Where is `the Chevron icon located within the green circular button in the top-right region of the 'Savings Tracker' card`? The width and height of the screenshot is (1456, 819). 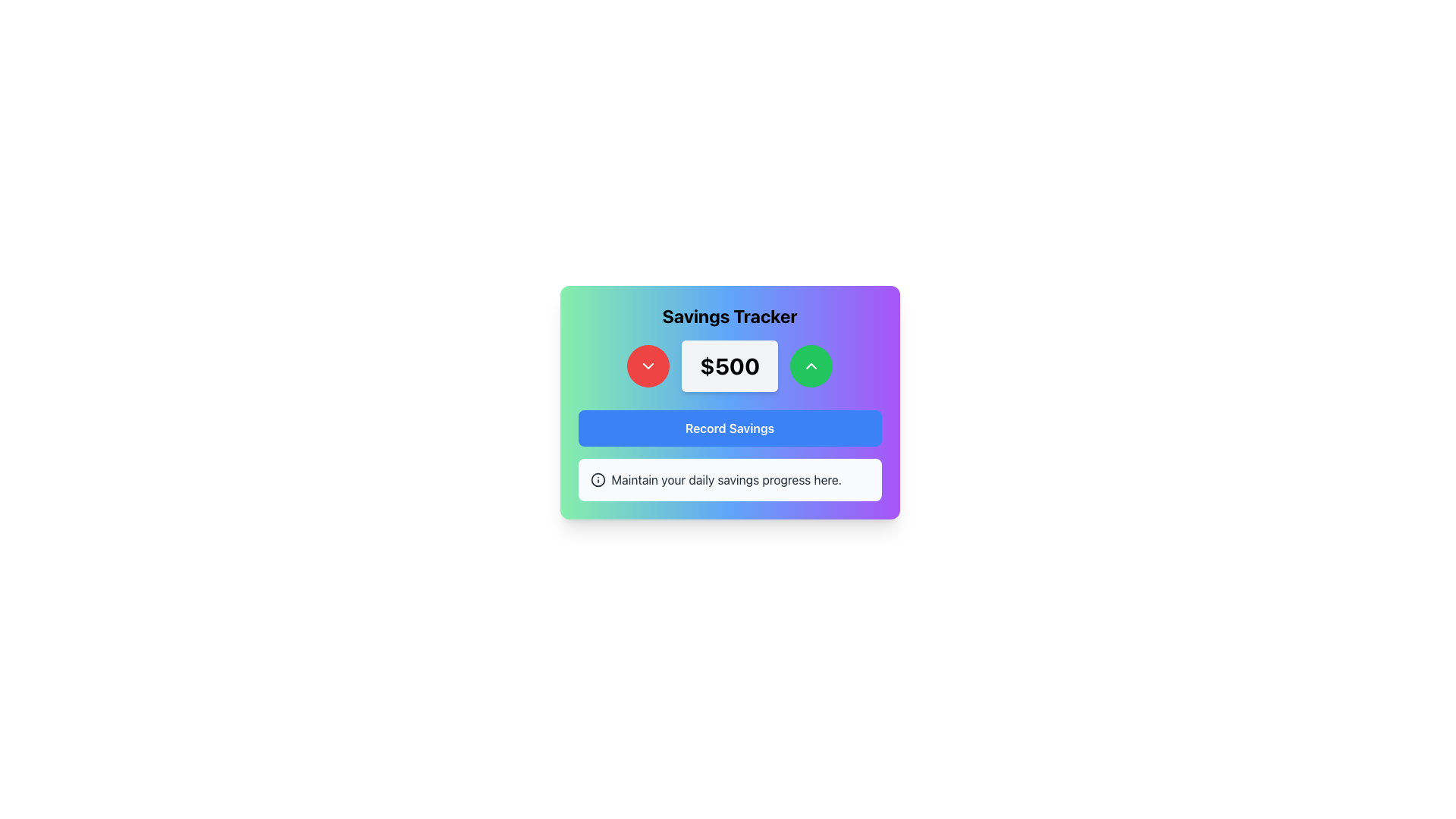 the Chevron icon located within the green circular button in the top-right region of the 'Savings Tracker' card is located at coordinates (811, 366).